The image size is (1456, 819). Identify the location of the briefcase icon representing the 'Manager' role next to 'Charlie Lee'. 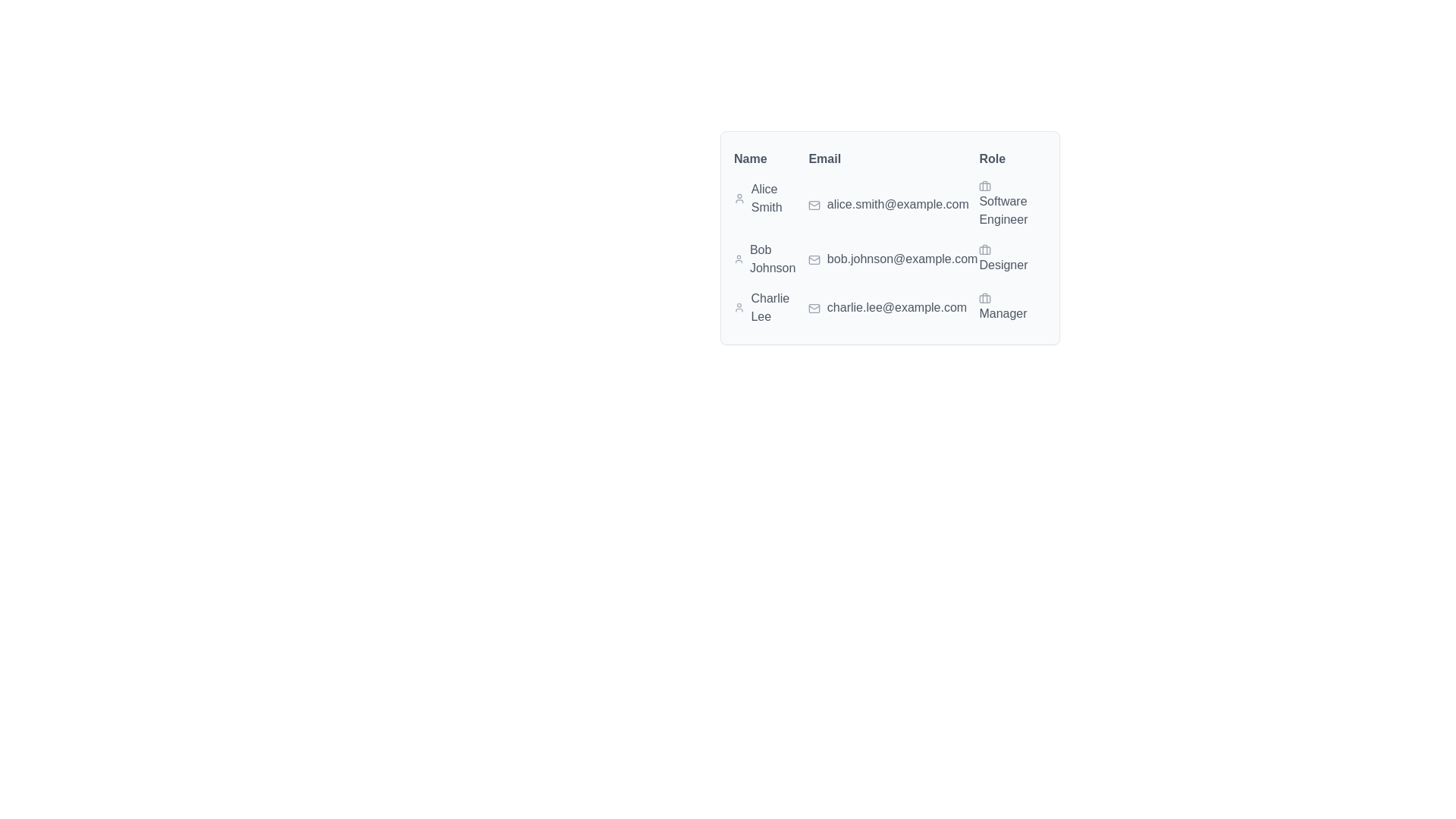
(985, 298).